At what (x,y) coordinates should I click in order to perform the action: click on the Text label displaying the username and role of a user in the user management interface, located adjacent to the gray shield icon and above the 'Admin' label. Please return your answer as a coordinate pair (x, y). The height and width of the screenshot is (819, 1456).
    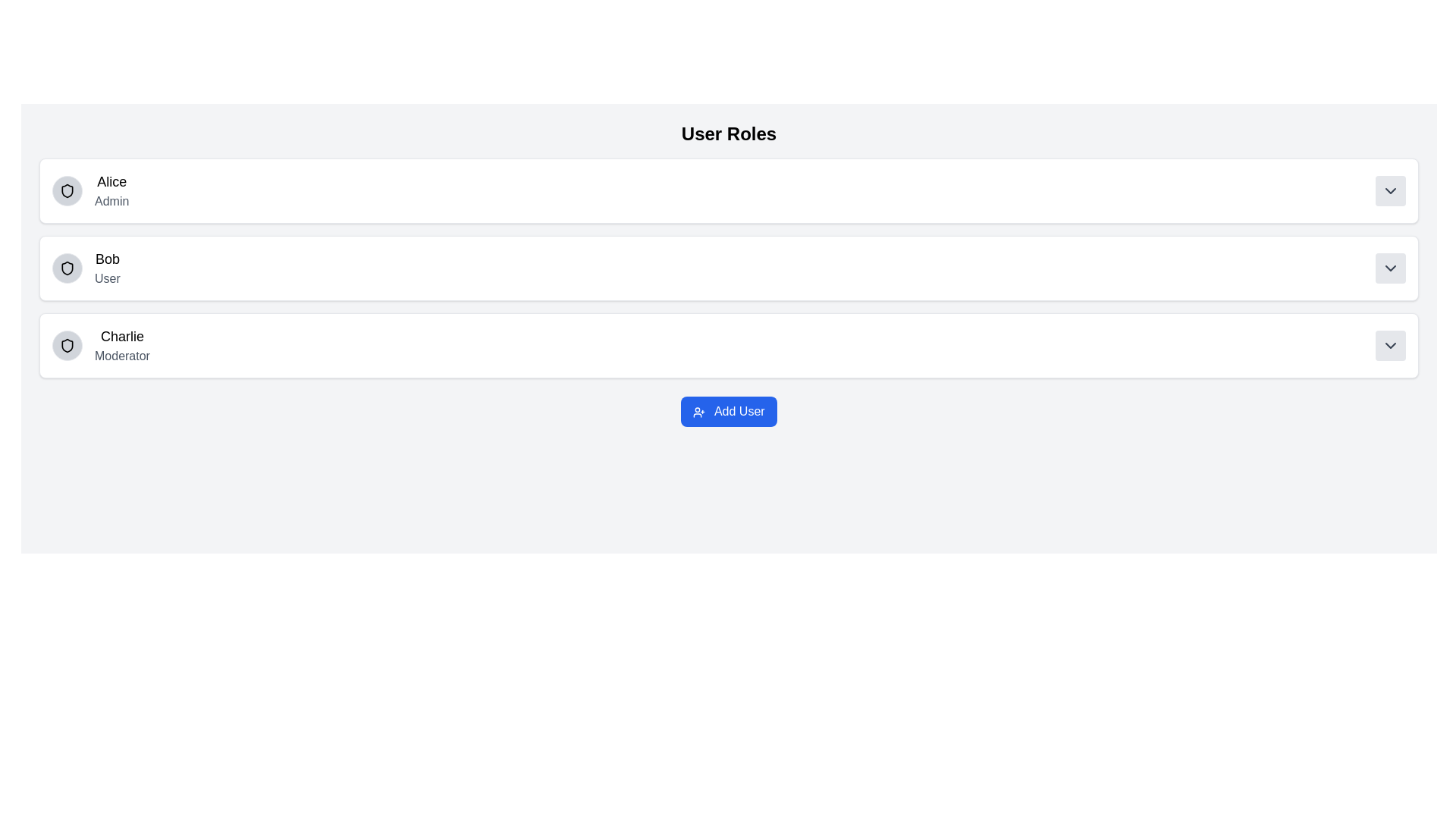
    Looking at the image, I should click on (89, 190).